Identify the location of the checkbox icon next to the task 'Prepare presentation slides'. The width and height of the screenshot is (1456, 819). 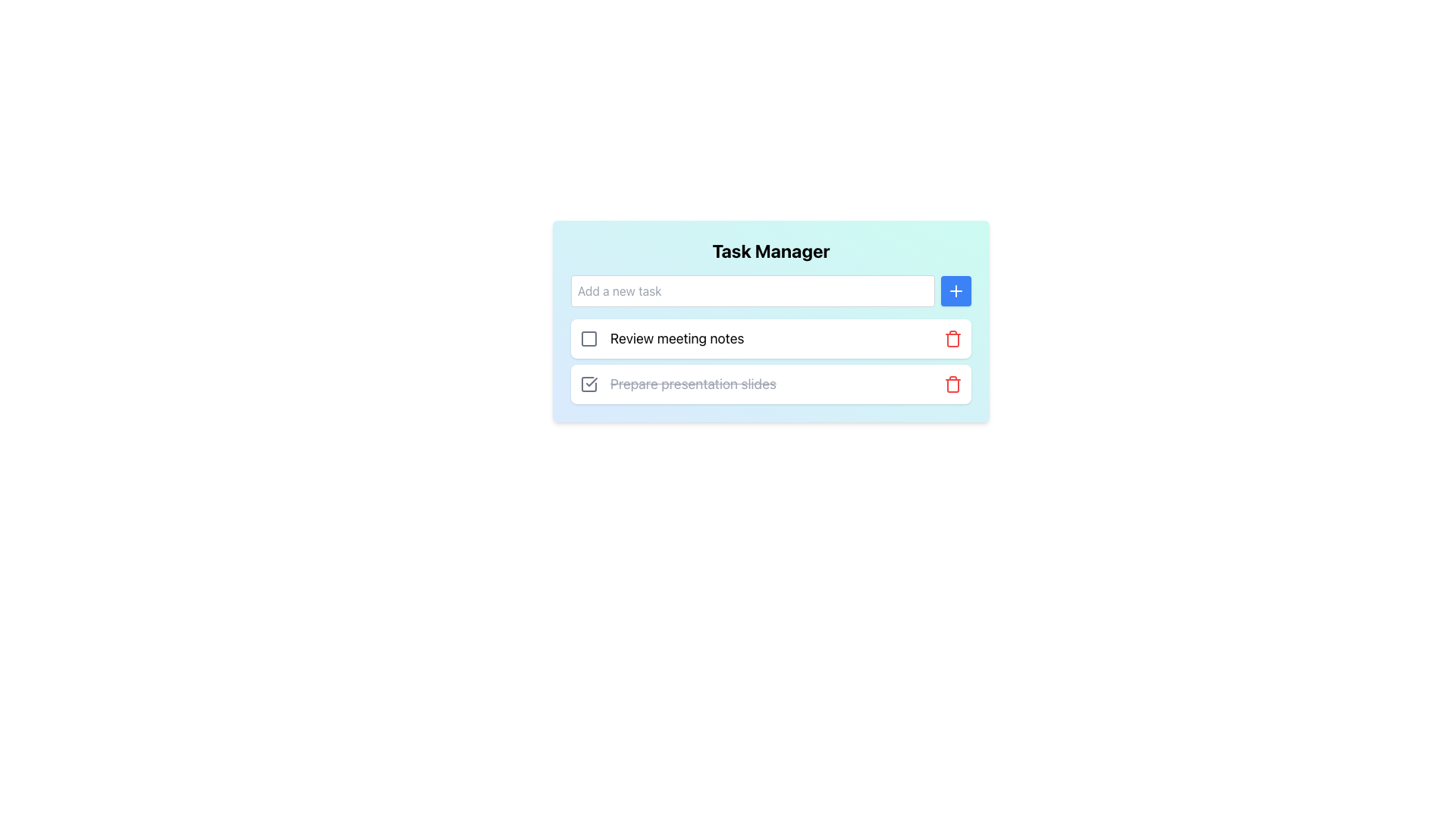
(588, 383).